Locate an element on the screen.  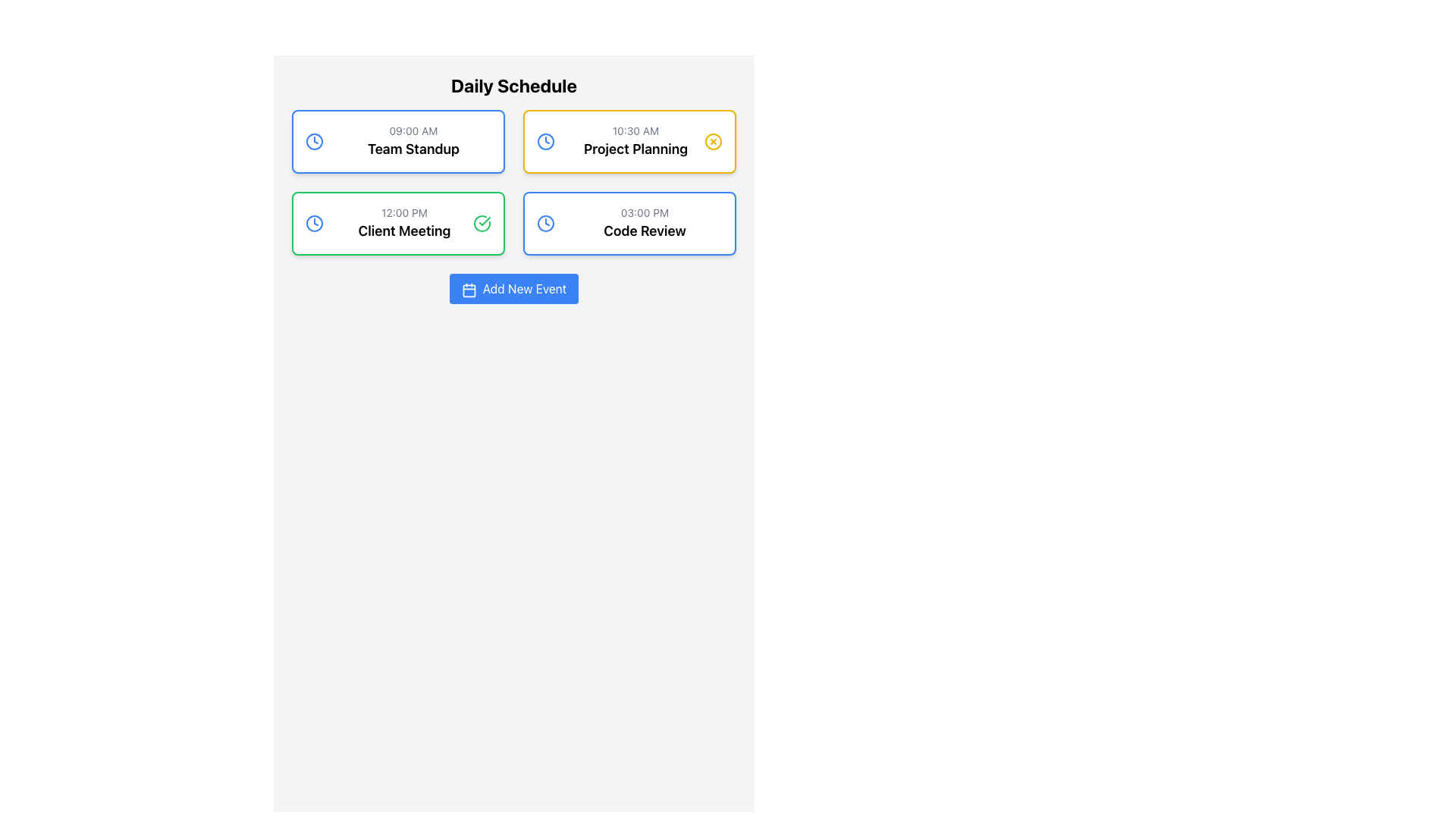
time information displayed in the text label showing '10:30 AM' located at the top of the 'Project Planning' card in the second column of a 2x2 grid layout is located at coordinates (635, 130).